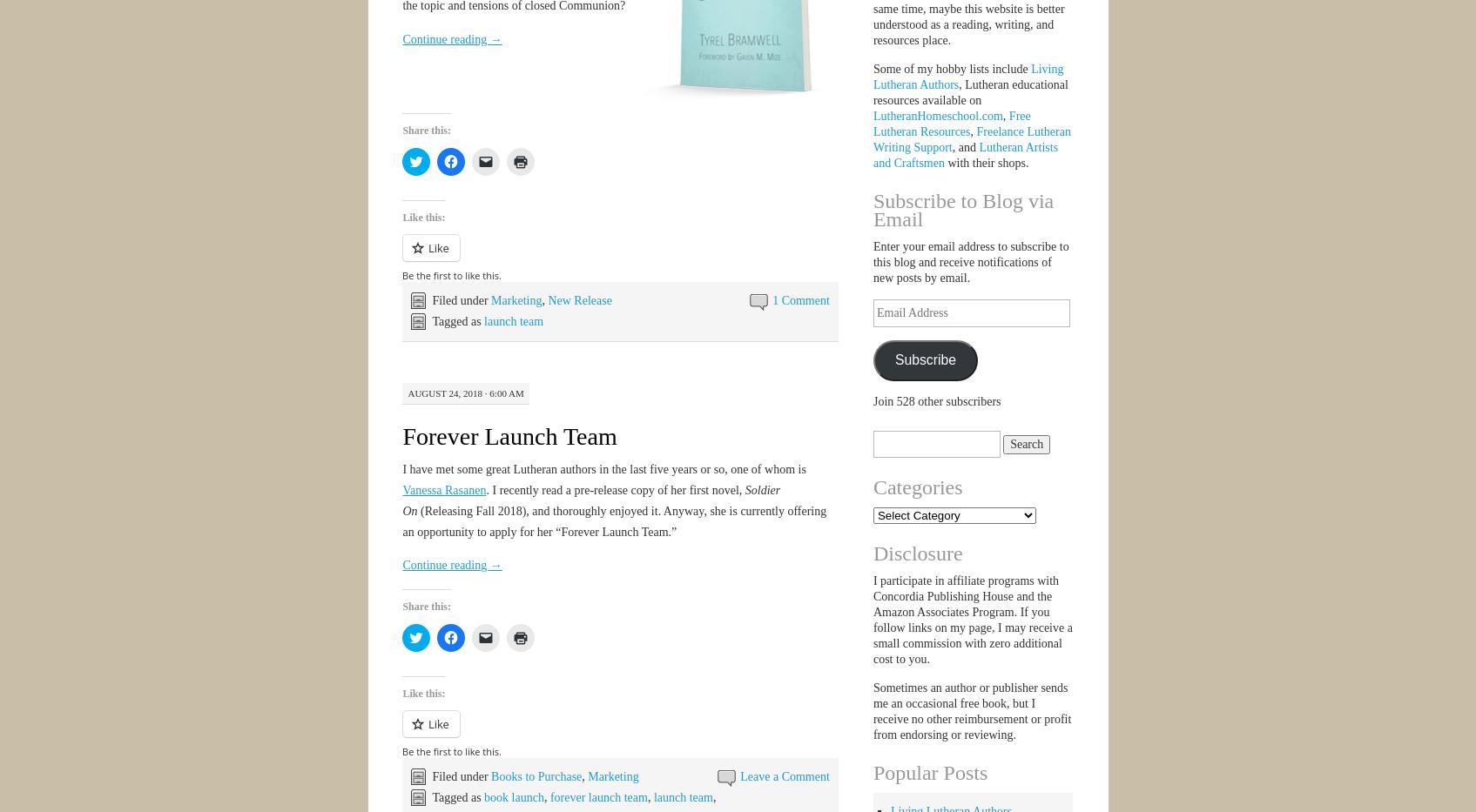  I want to click on 'book launch', so click(513, 796).